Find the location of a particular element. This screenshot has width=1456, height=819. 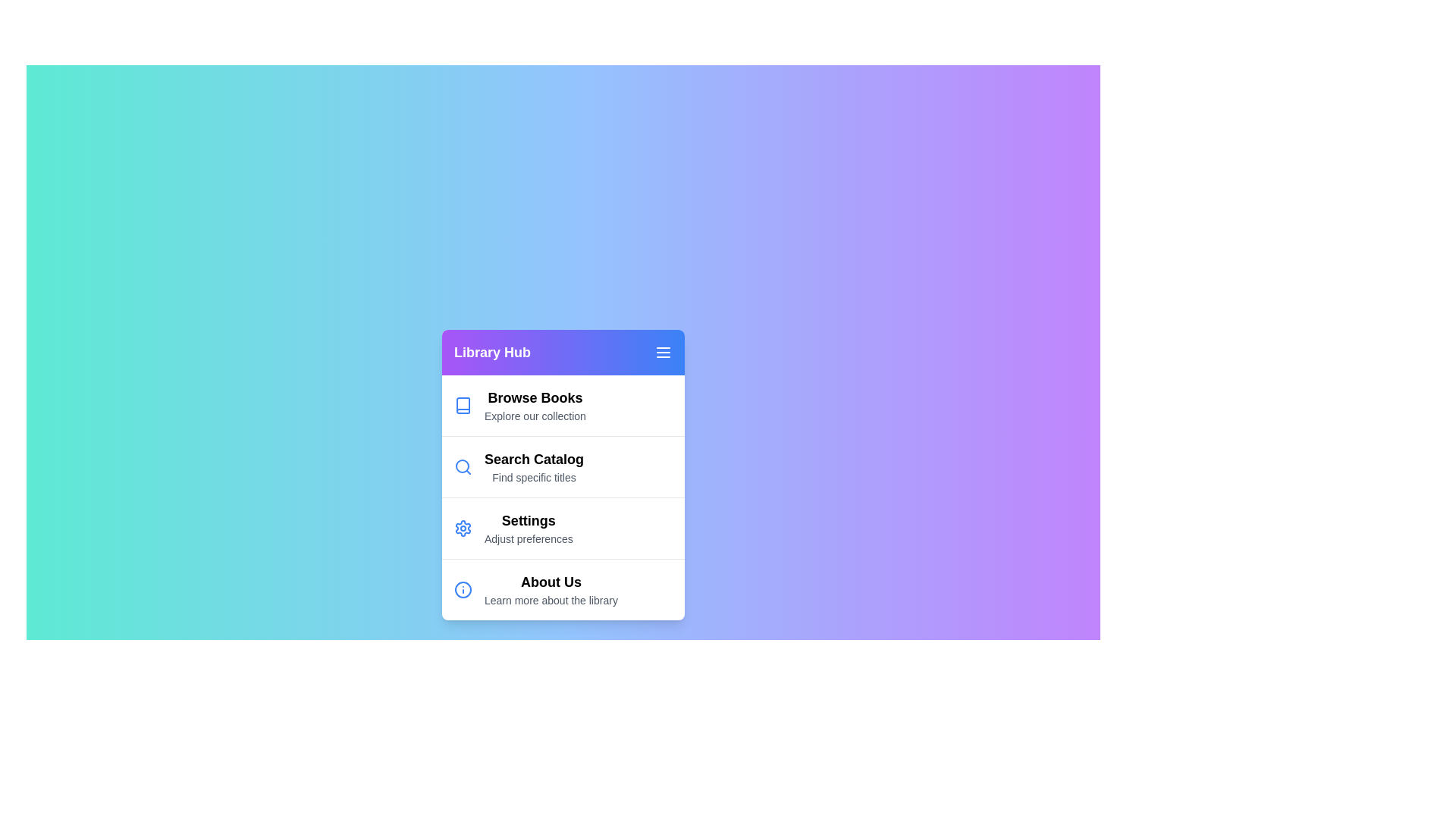

the menu item Settings by clicking on it is located at coordinates (563, 526).